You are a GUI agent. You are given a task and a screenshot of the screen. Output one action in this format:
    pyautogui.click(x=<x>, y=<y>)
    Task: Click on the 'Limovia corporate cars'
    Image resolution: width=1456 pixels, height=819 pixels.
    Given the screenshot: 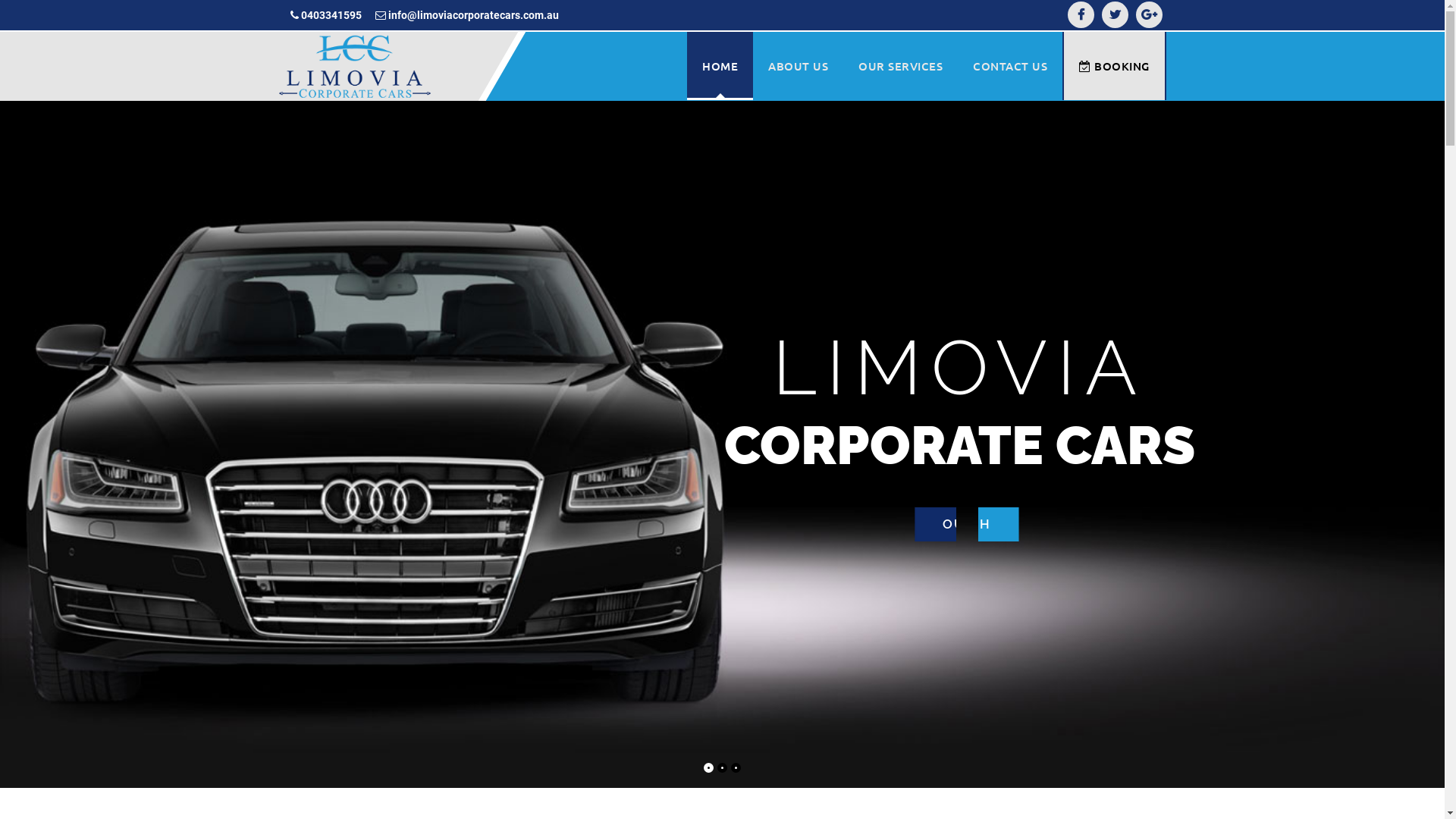 What is the action you would take?
    pyautogui.click(x=279, y=65)
    